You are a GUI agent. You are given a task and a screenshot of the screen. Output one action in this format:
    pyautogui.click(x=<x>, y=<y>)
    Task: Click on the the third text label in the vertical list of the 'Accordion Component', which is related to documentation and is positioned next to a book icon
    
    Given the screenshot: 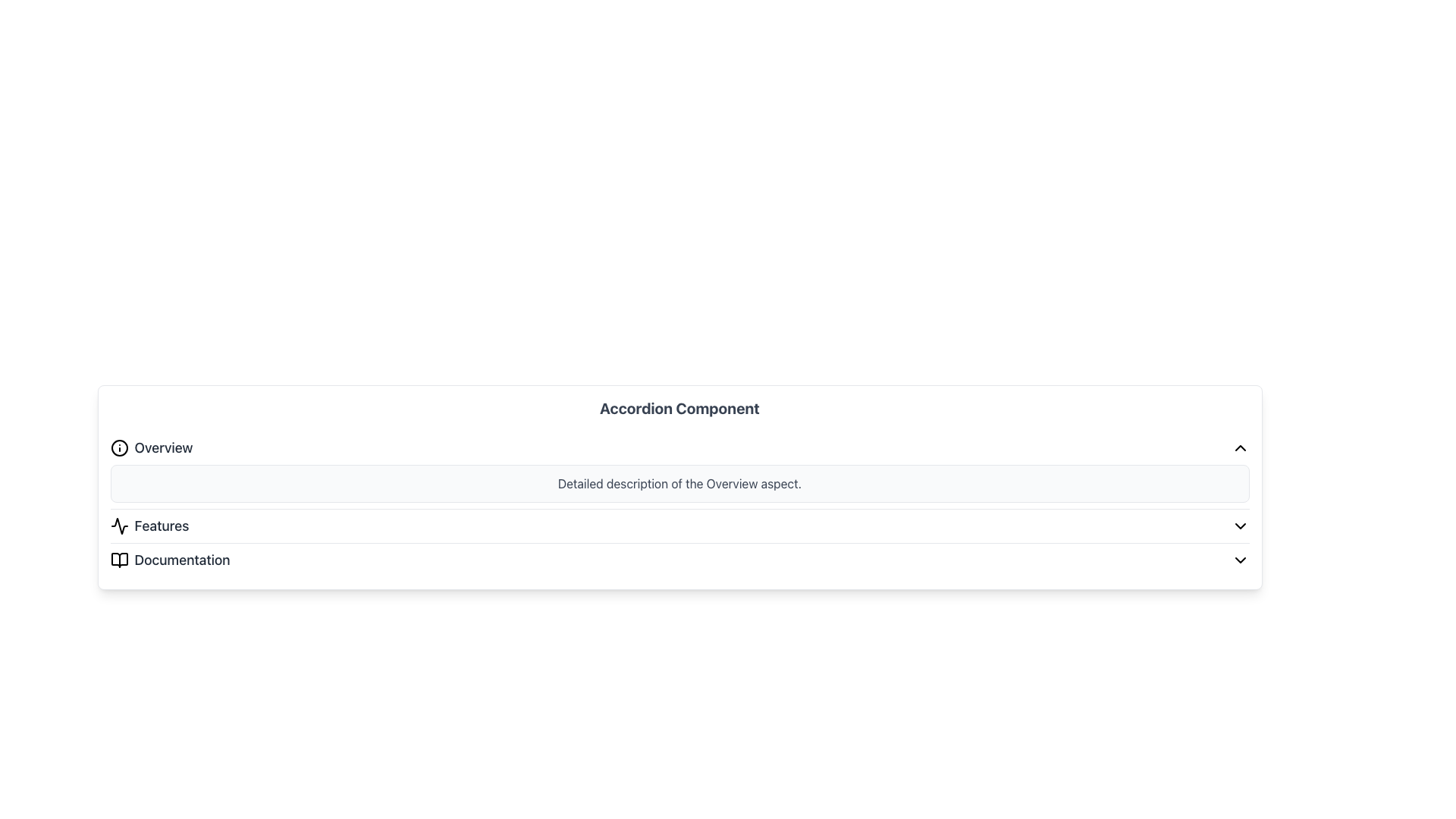 What is the action you would take?
    pyautogui.click(x=182, y=560)
    